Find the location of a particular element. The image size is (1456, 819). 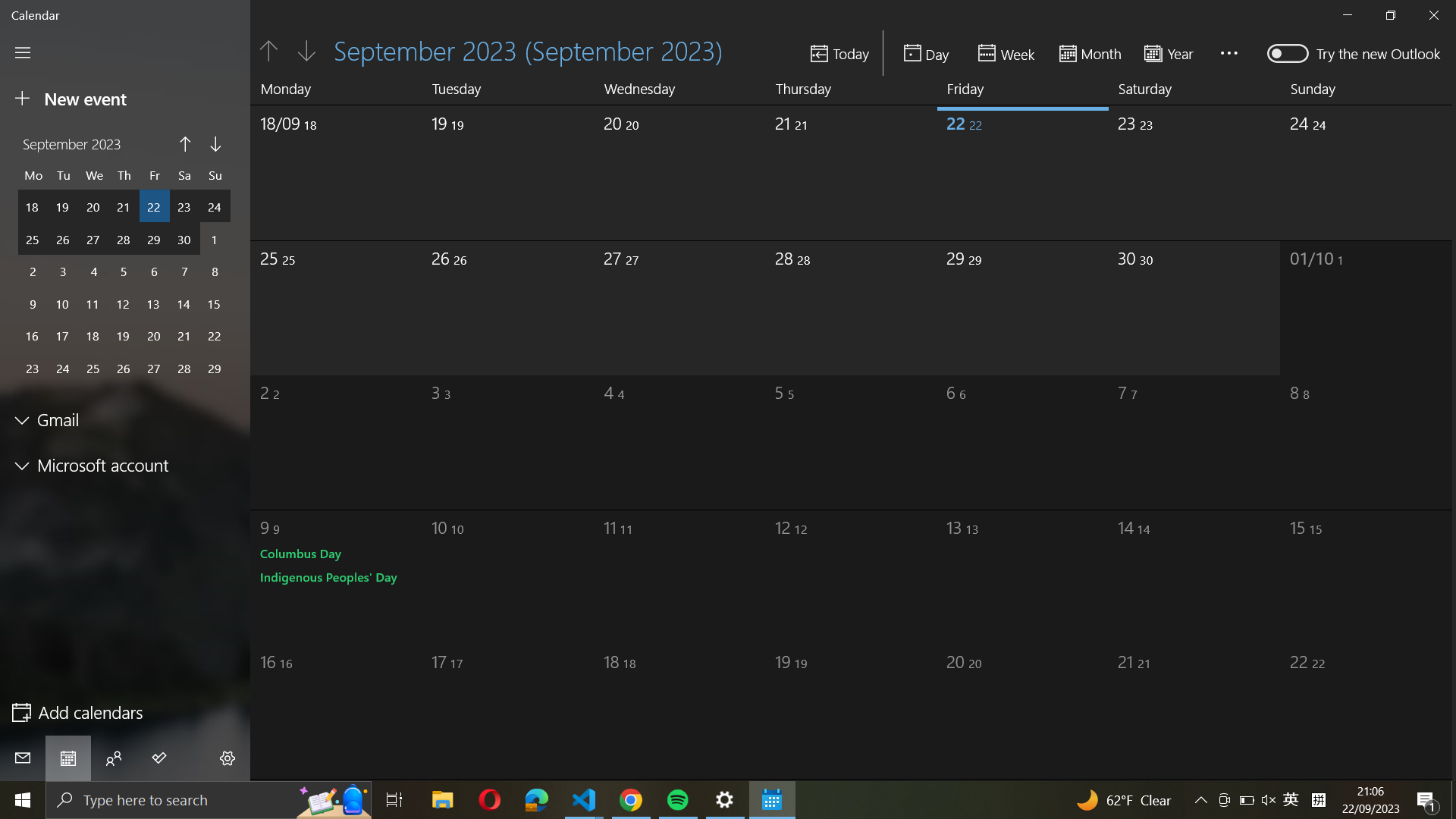

View the emails linked to this specific calendar is located at coordinates (126, 420).